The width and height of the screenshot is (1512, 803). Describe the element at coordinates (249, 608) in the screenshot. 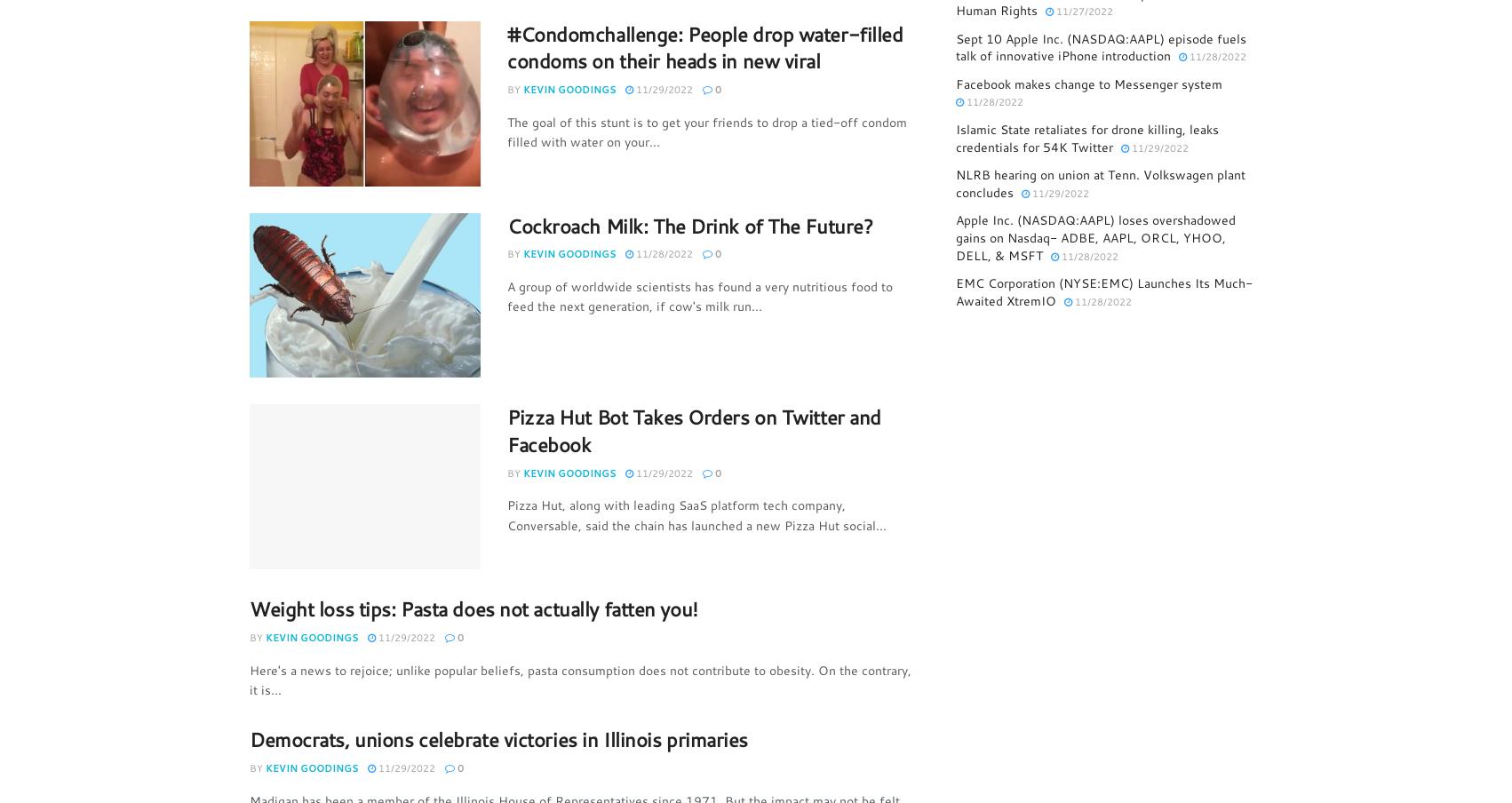

I see `'Weight loss tips: Pasta does not actually fatten you!'` at that location.